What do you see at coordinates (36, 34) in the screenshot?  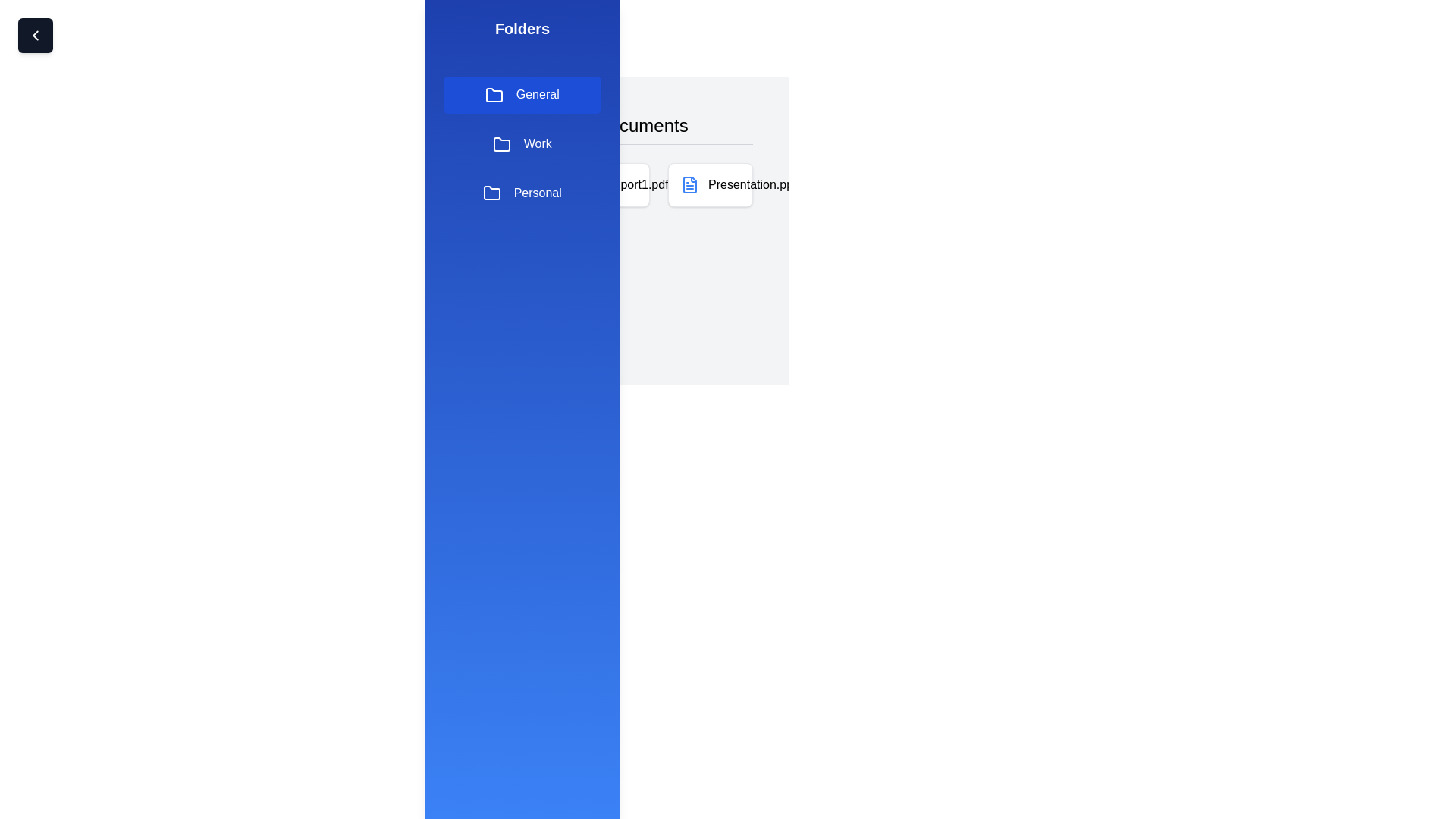 I see `the 'Back' button located in the top-left corner of the interface` at bounding box center [36, 34].